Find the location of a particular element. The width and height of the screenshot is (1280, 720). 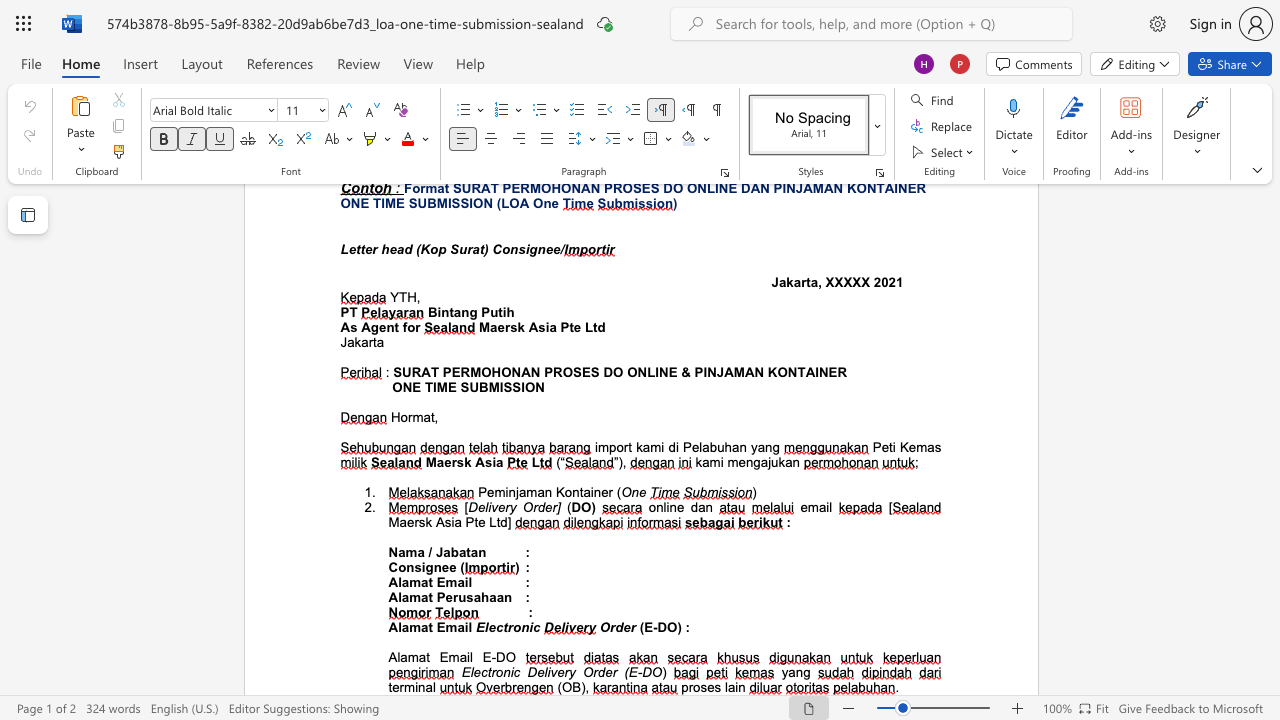

the subset text "roses" within the text "proses lain" is located at coordinates (688, 686).